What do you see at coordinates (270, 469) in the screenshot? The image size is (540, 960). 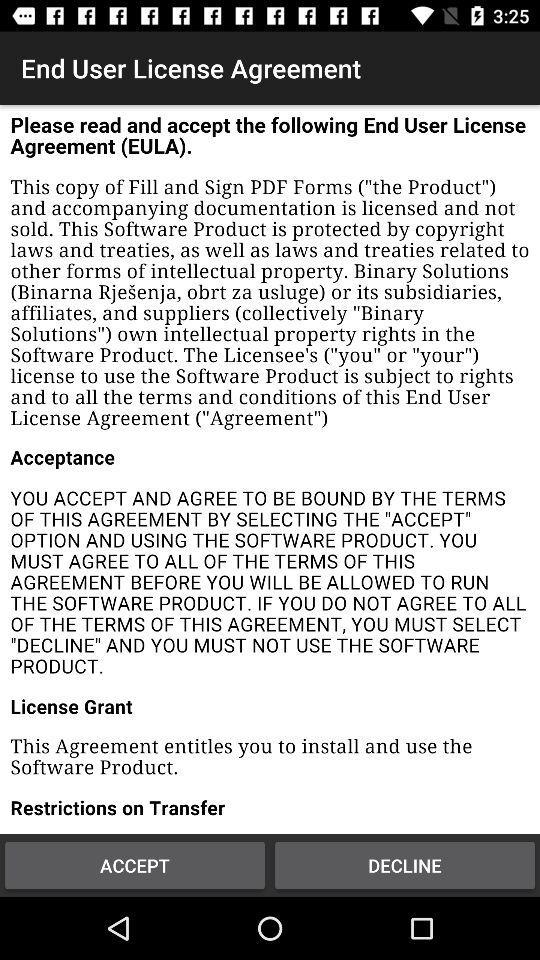 I see `advertisement` at bounding box center [270, 469].